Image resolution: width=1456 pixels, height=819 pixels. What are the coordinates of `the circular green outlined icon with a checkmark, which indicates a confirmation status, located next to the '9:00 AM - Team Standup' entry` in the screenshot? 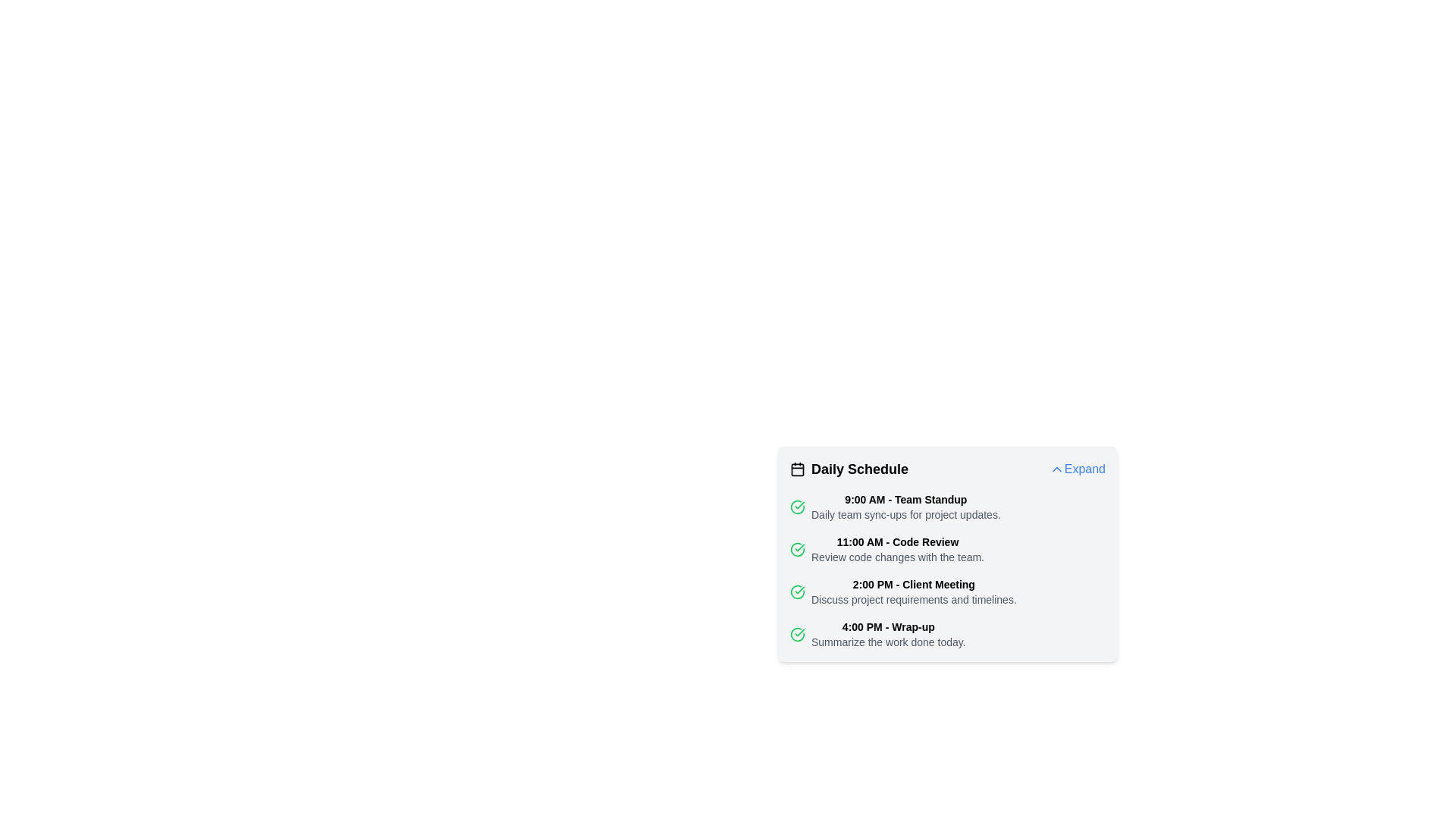 It's located at (796, 507).